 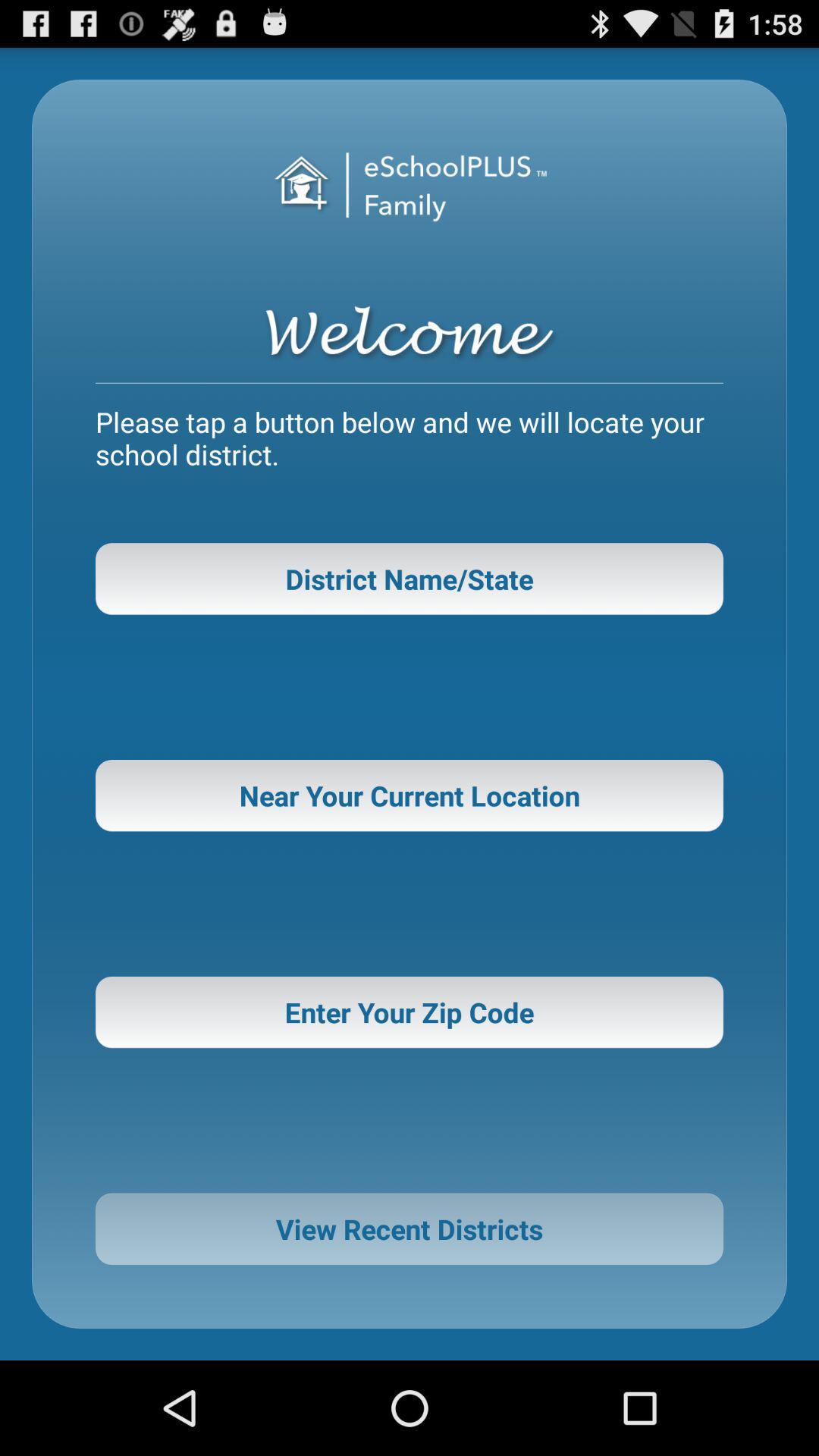 What do you see at coordinates (409, 795) in the screenshot?
I see `near your current icon` at bounding box center [409, 795].